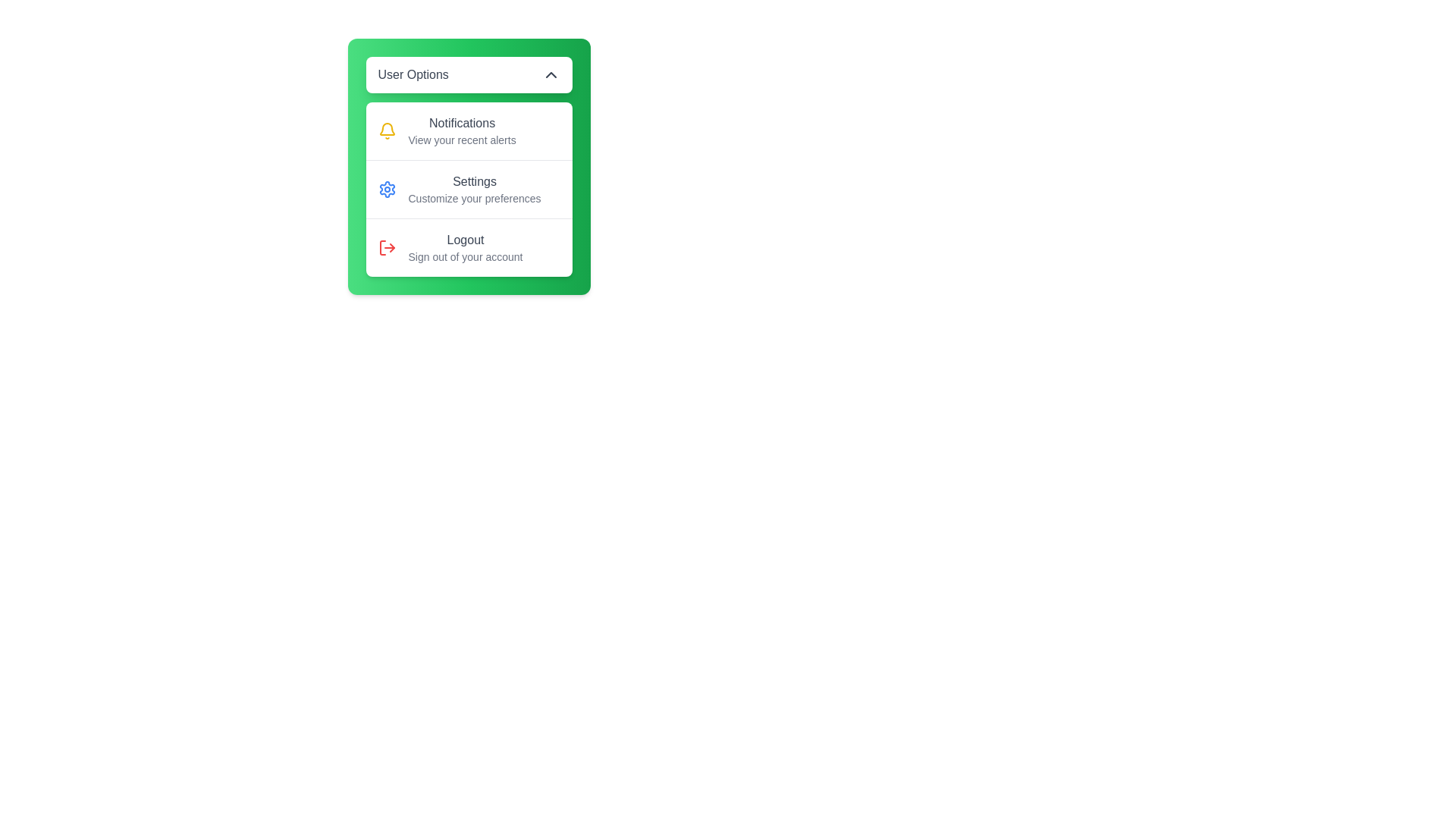 The height and width of the screenshot is (819, 1456). I want to click on the 'Logout' label in the user options menu, which is displayed in gray color and is positioned below the 'Settings' option, so click(465, 239).